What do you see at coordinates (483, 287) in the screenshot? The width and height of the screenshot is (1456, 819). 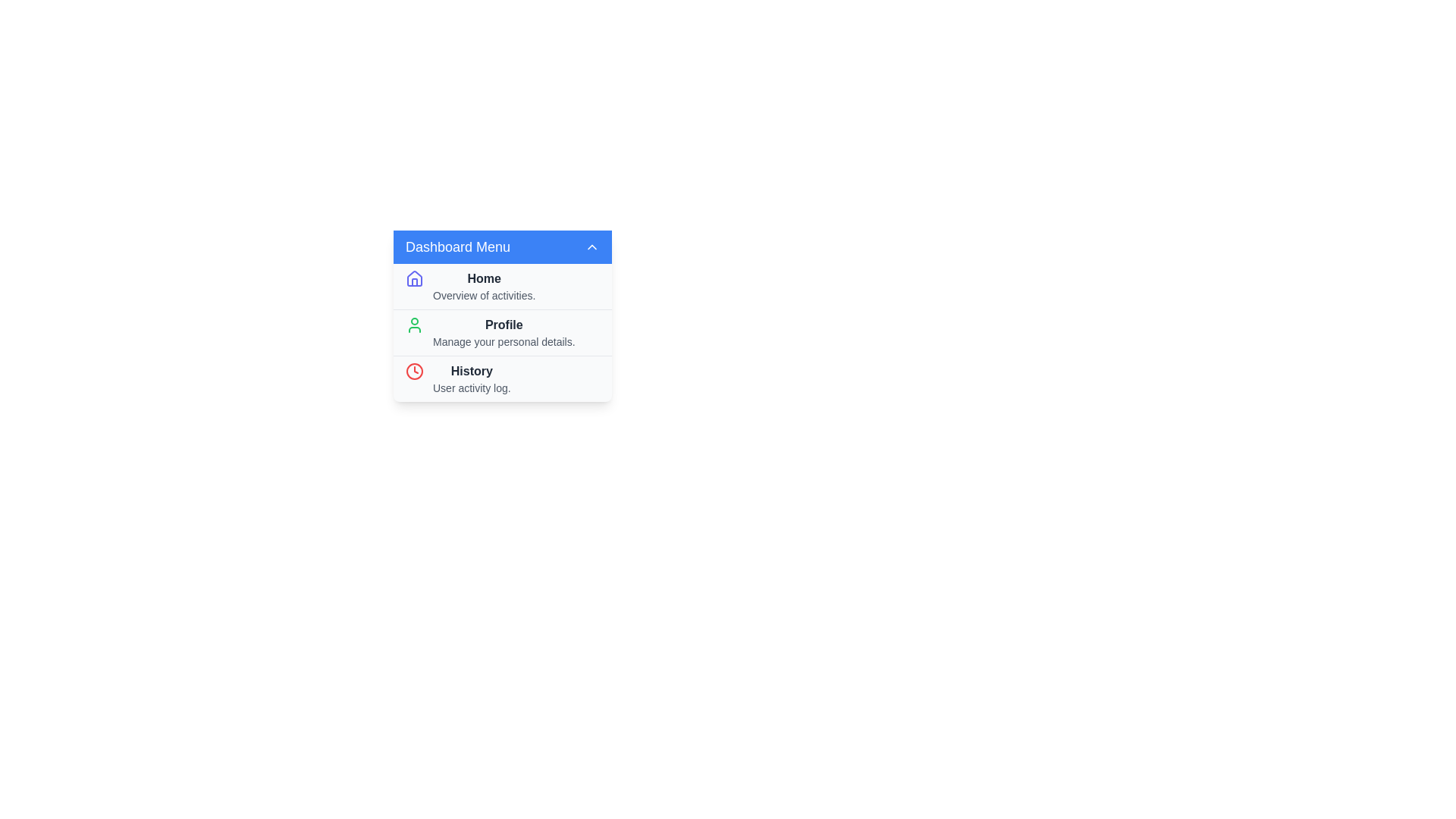 I see `the 'Home' section header text in the 'Dashboard Menu' dropdown, which indicates an overview of activities` at bounding box center [483, 287].